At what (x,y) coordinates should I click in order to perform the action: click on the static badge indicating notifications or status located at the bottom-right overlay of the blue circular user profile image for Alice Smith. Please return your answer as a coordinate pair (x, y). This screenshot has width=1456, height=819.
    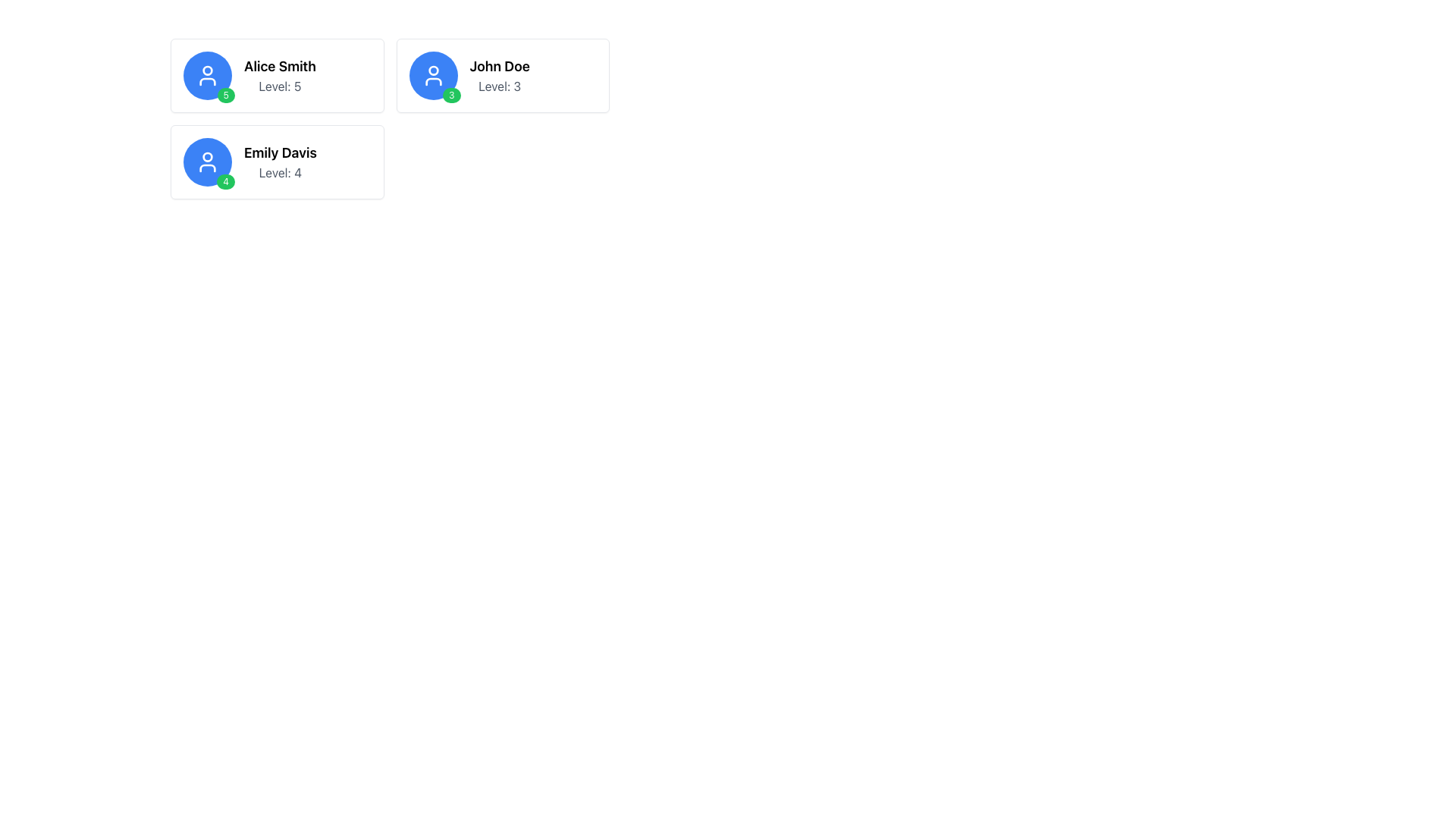
    Looking at the image, I should click on (225, 96).